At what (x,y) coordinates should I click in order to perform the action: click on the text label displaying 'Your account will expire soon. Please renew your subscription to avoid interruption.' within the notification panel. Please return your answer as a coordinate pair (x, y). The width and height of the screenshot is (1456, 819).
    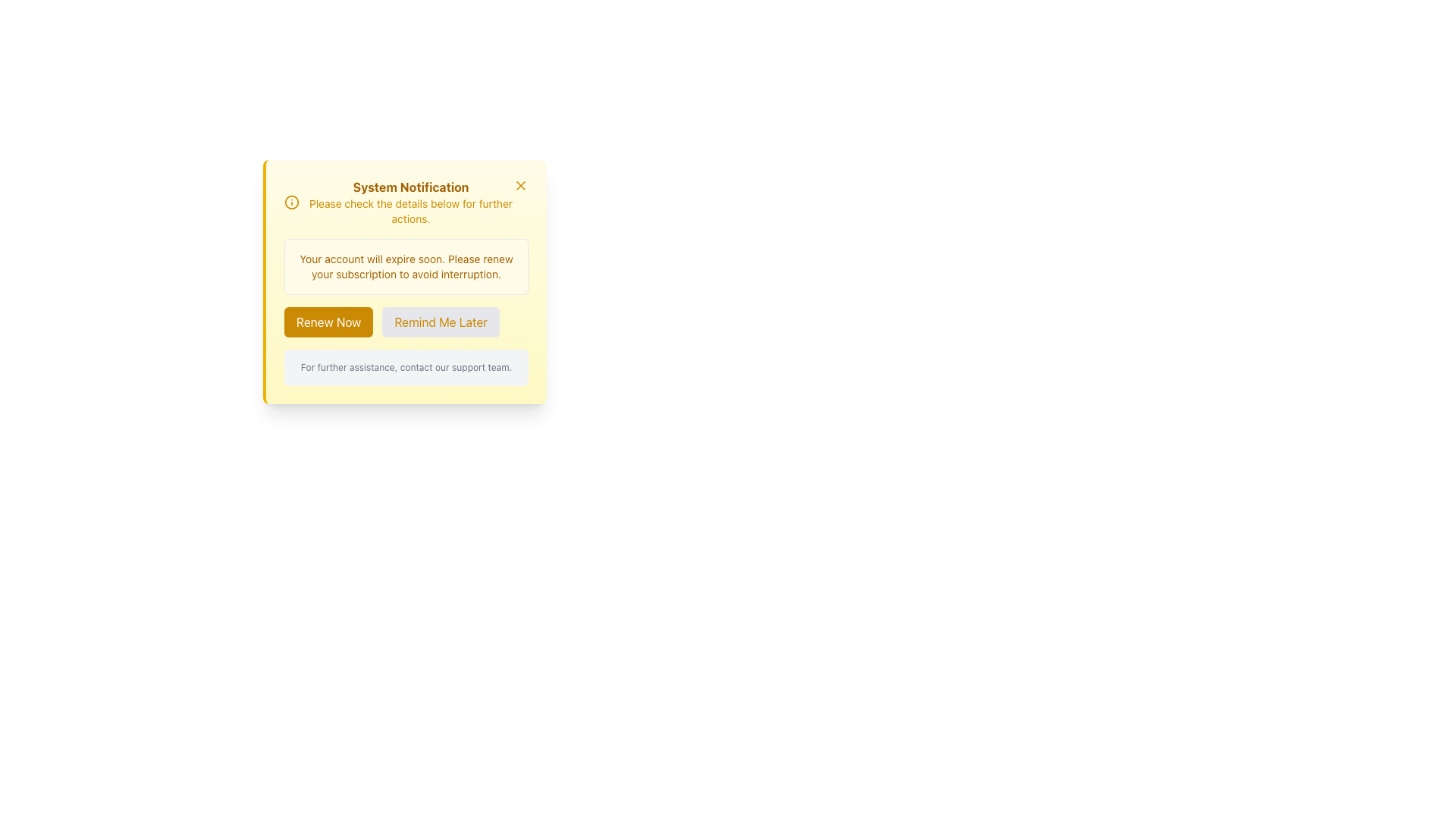
    Looking at the image, I should click on (406, 265).